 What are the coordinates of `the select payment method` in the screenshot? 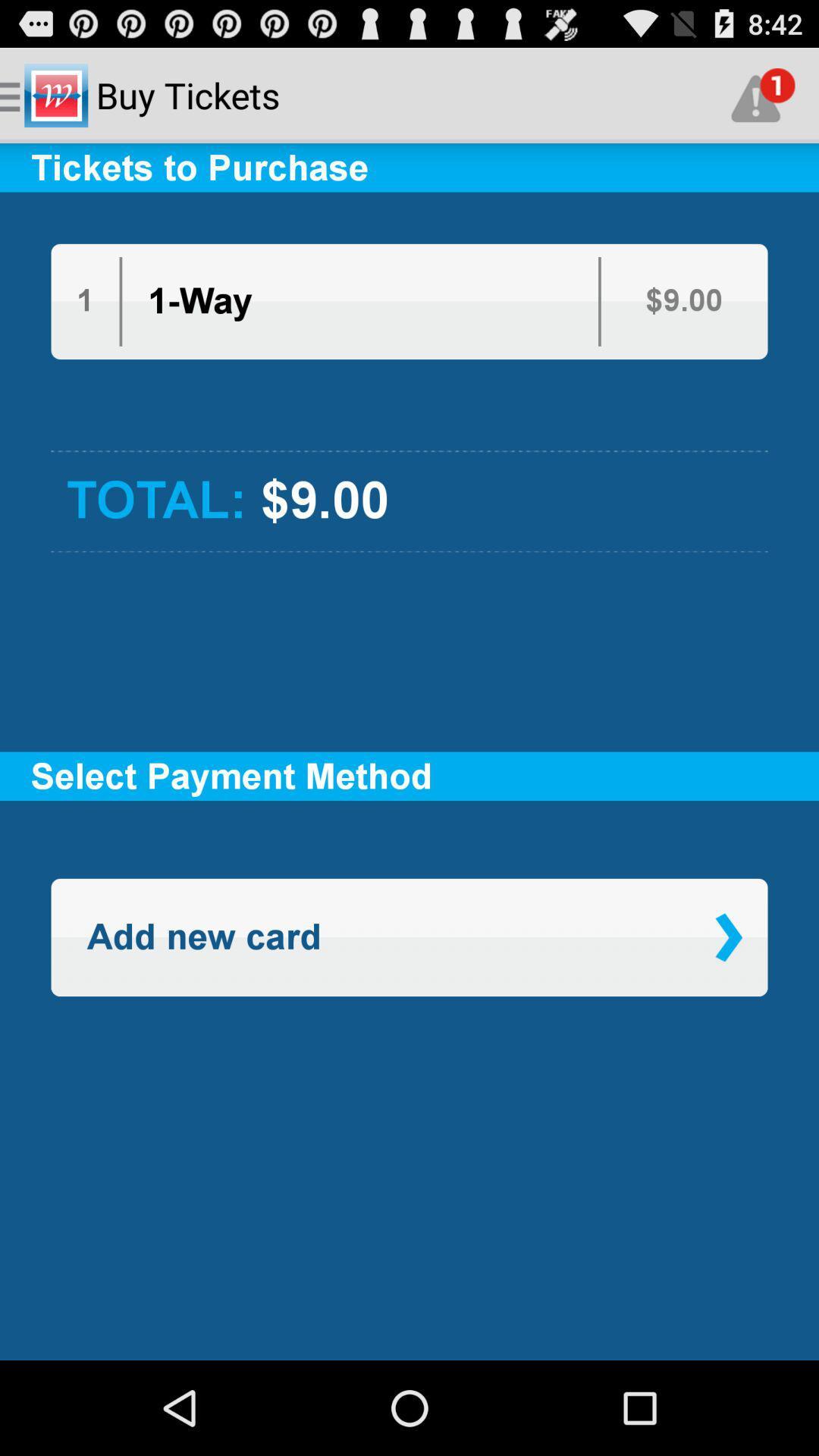 It's located at (409, 776).